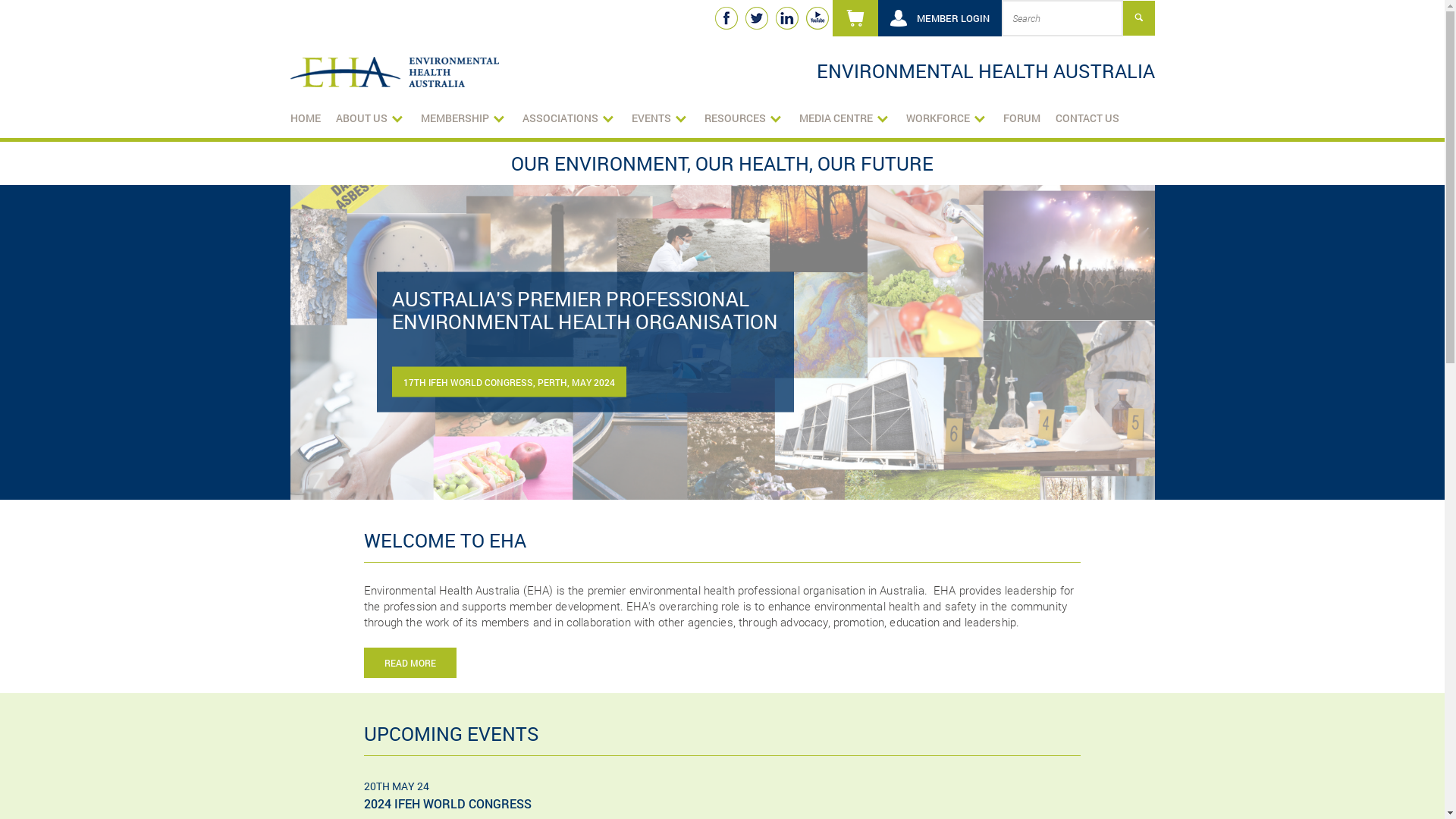 The height and width of the screenshot is (819, 1456). Describe the element at coordinates (1021, 117) in the screenshot. I see `'FORUM'` at that location.